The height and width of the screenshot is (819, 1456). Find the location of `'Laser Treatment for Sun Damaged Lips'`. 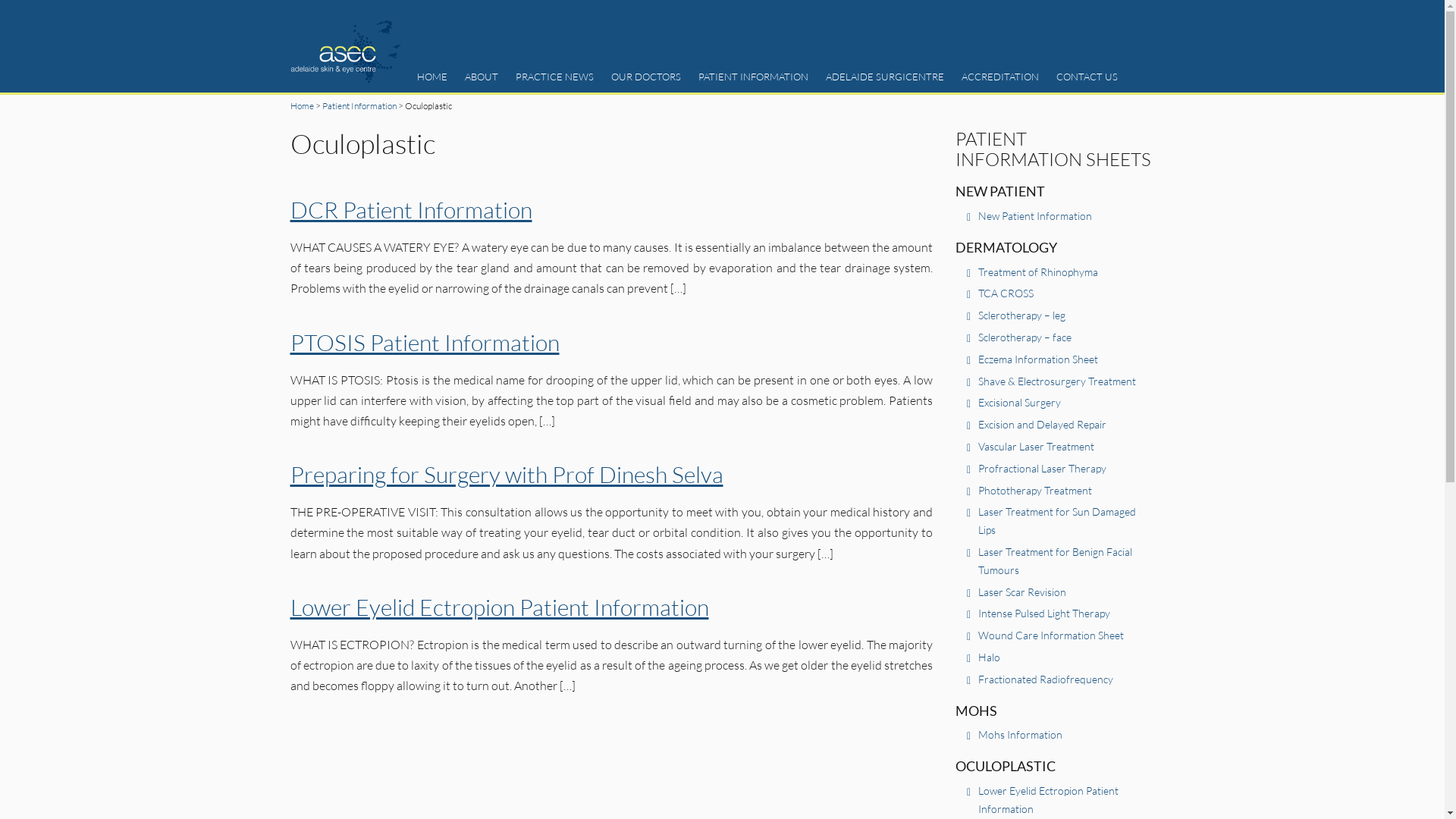

'Laser Treatment for Sun Damaged Lips' is located at coordinates (1056, 519).